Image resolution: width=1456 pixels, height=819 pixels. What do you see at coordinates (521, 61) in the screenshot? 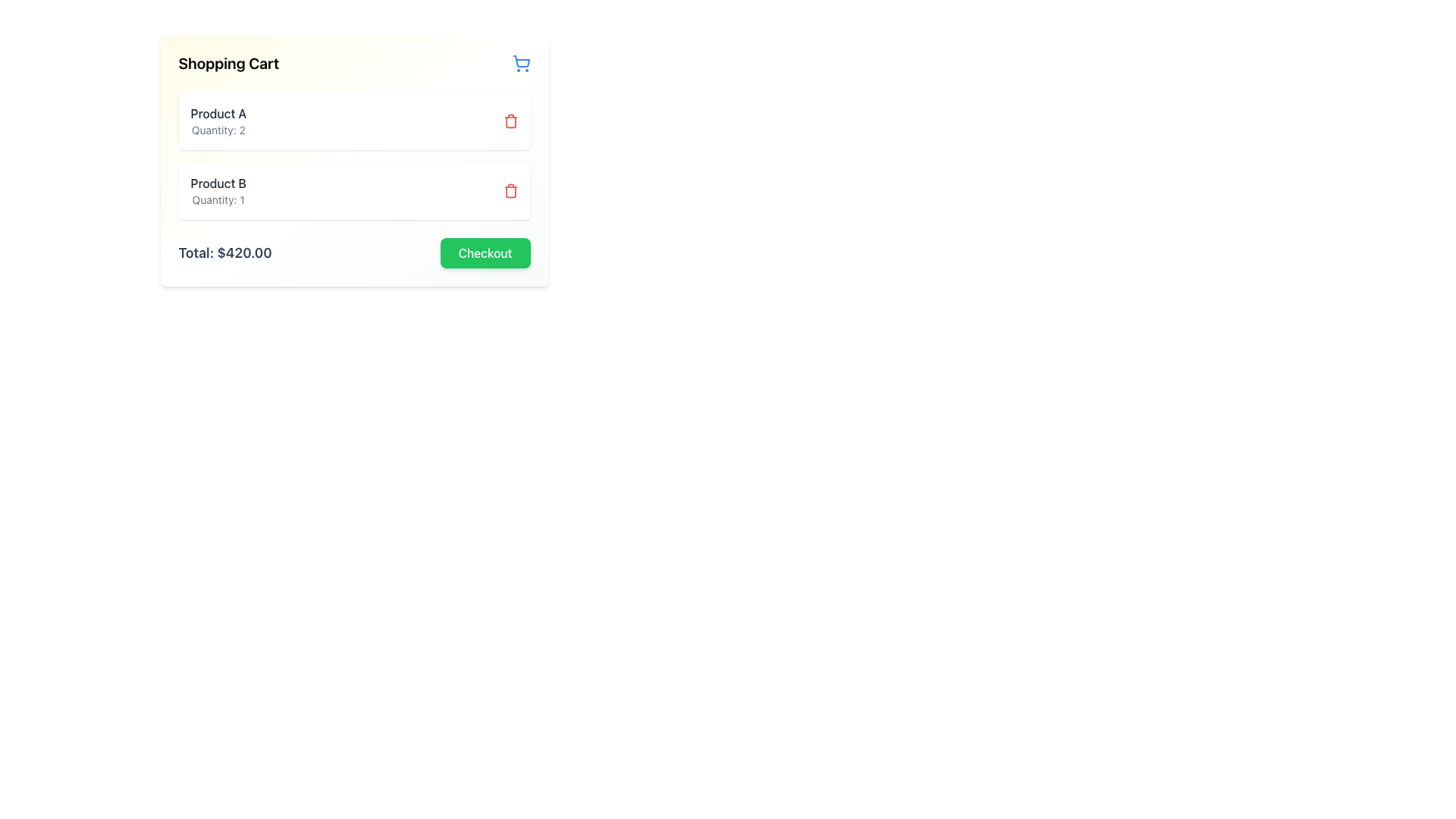
I see `the blue curved frame of the shopping cart icon located at the top-right of the 'Shopping Cart' interface` at bounding box center [521, 61].